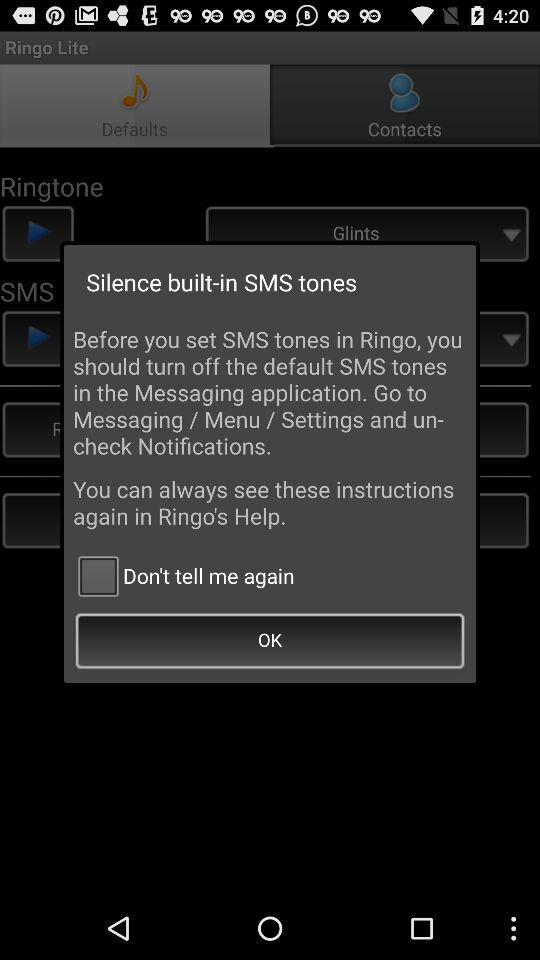  I want to click on the icon below the don t tell icon, so click(270, 641).